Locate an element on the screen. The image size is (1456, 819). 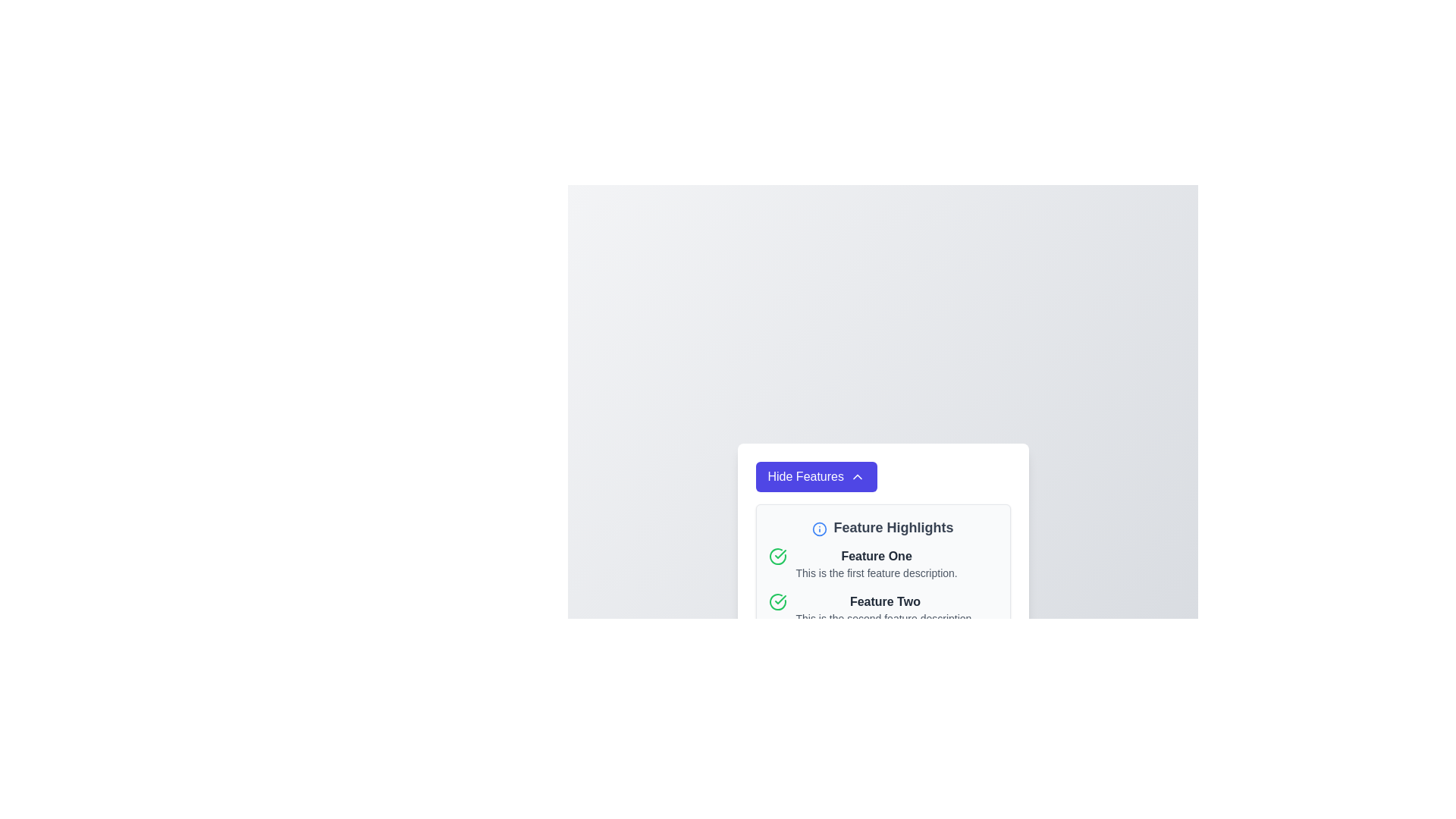
the informational Icon located to the left of the 'Feature Highlights' text in the title bar is located at coordinates (819, 528).